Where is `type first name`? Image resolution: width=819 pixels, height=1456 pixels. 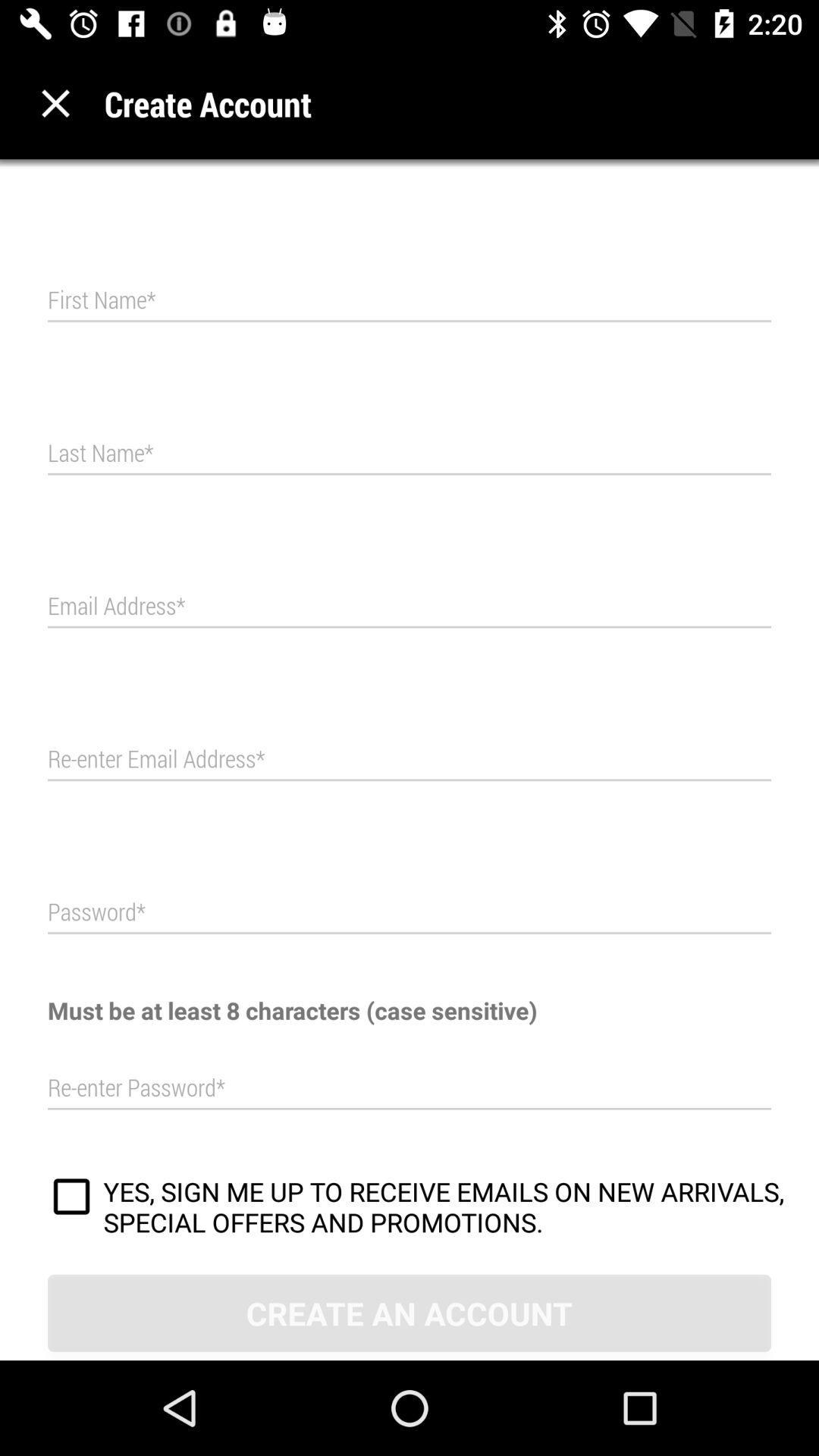
type first name is located at coordinates (409, 300).